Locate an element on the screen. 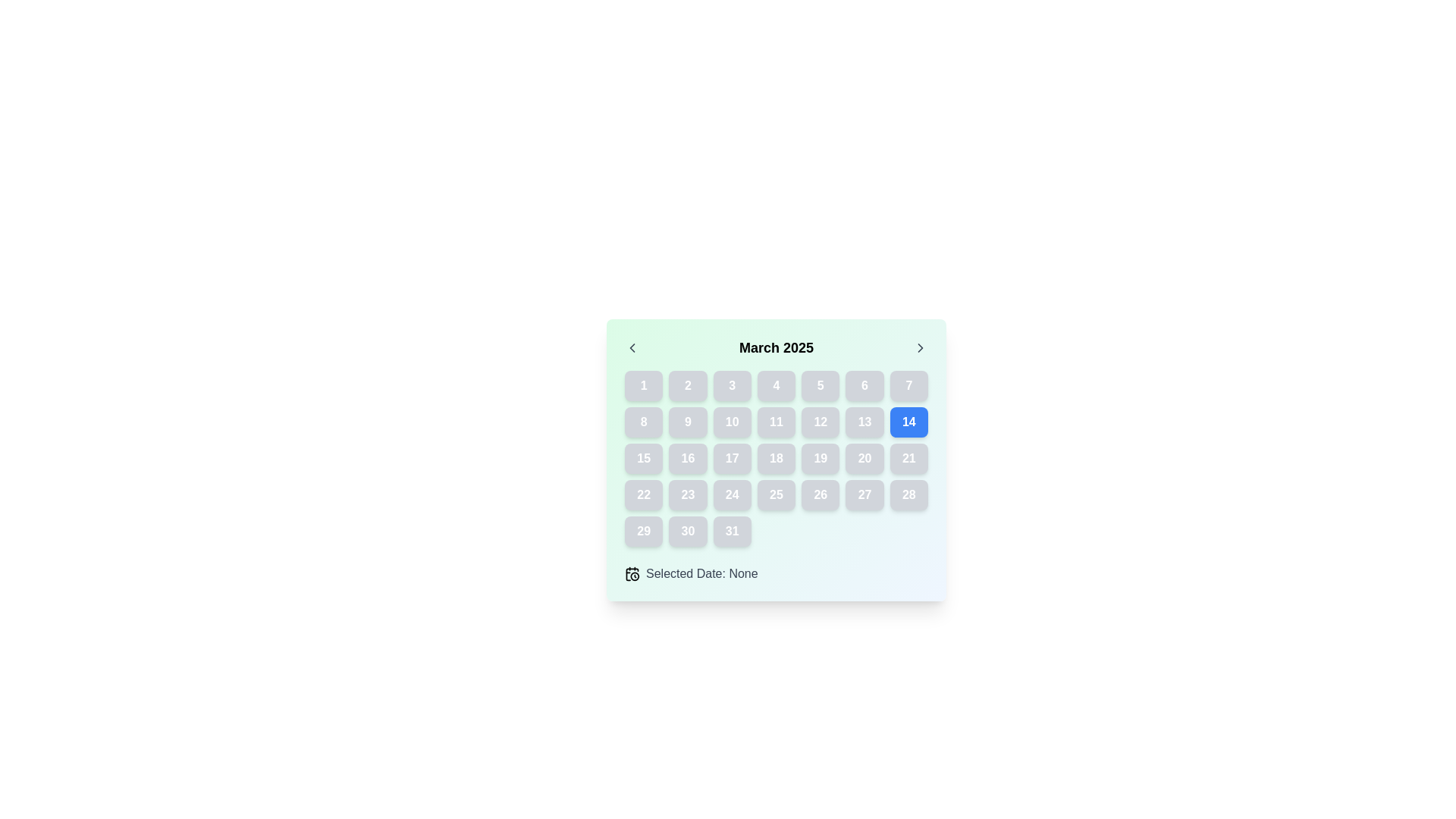  the button representing the 18th day in the calendar interface is located at coordinates (776, 458).